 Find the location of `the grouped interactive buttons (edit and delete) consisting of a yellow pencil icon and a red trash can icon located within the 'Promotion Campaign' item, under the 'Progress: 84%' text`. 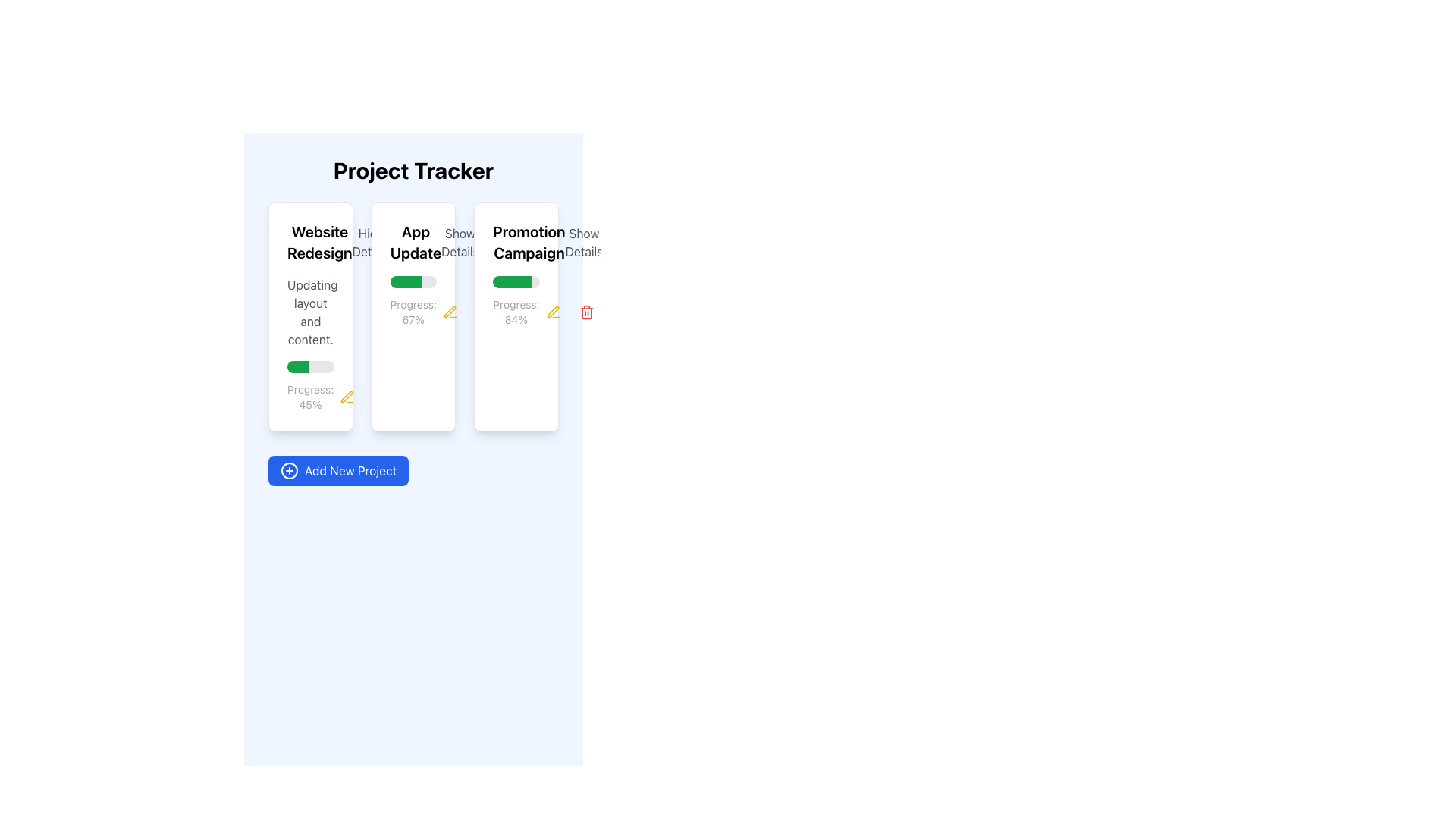

the grouped interactive buttons (edit and delete) consisting of a yellow pencil icon and a red trash can icon located within the 'Promotion Campaign' item, under the 'Progress: 84%' text is located at coordinates (569, 312).